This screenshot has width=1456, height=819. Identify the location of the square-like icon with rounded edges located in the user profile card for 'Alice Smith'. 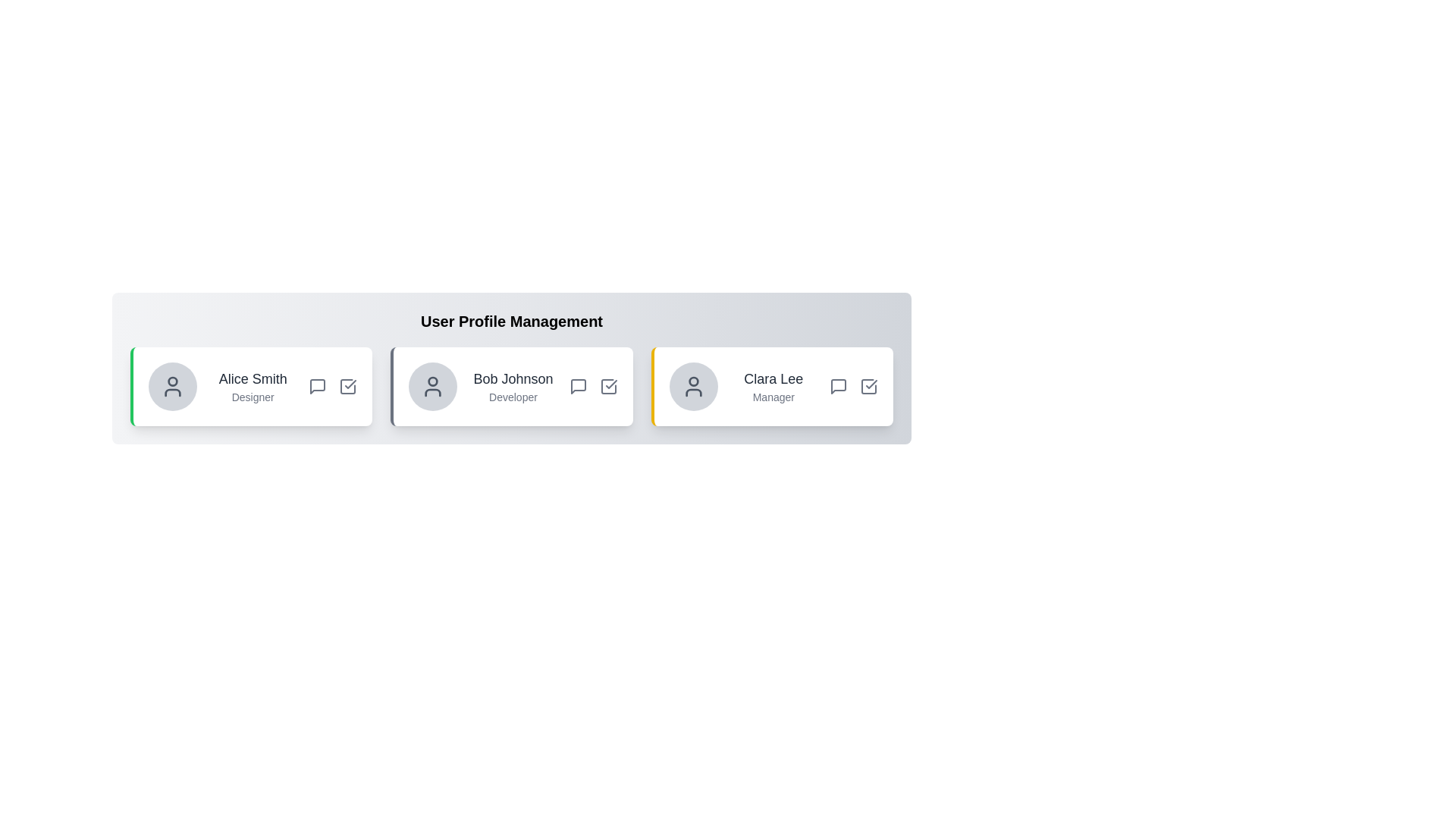
(347, 385).